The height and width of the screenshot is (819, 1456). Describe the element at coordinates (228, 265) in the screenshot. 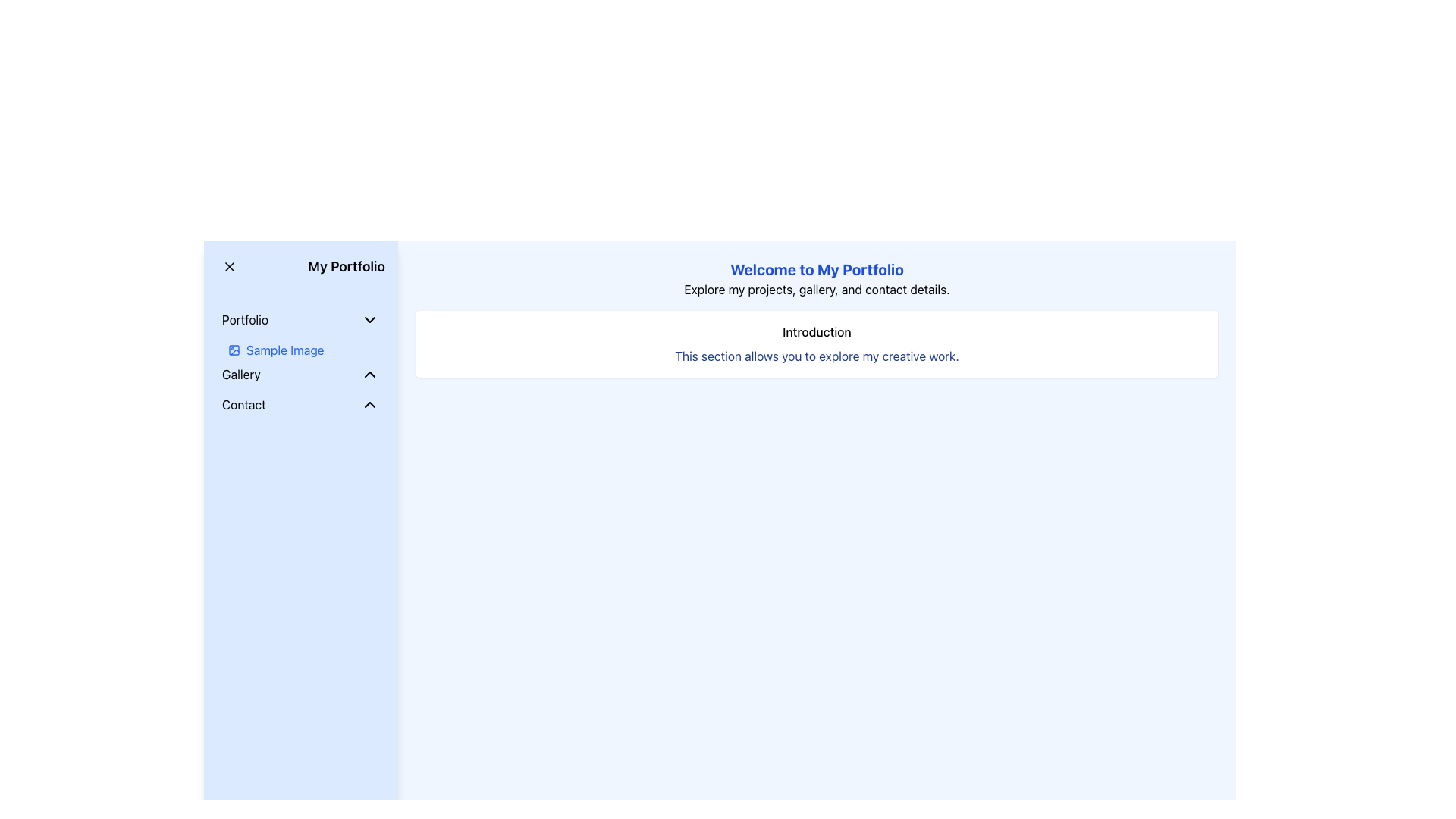

I see `the black 'X' icon located in the top left corner of the sidebar` at that location.